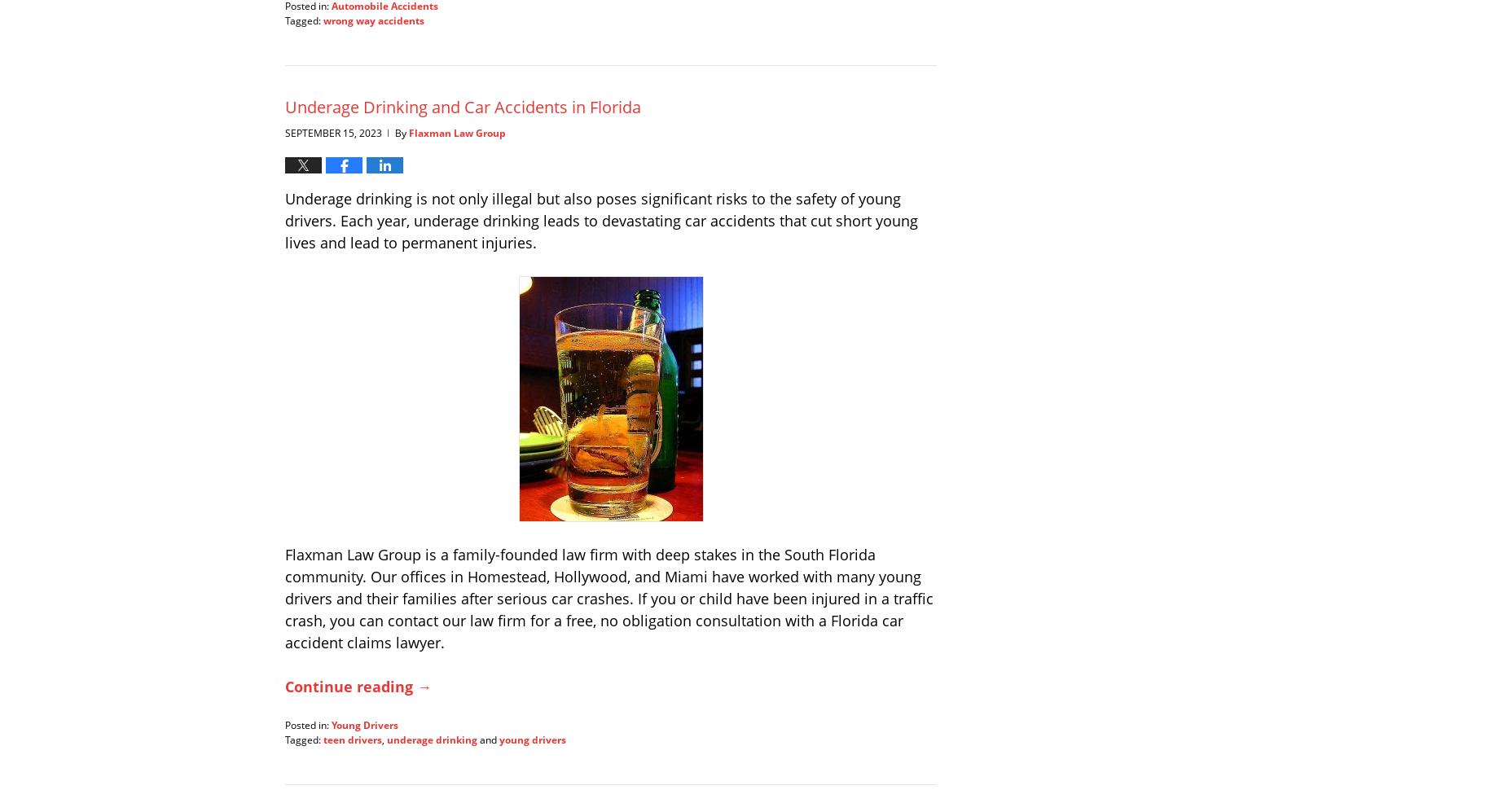 The width and height of the screenshot is (1507, 812). What do you see at coordinates (432, 739) in the screenshot?
I see `'underage drinking'` at bounding box center [432, 739].